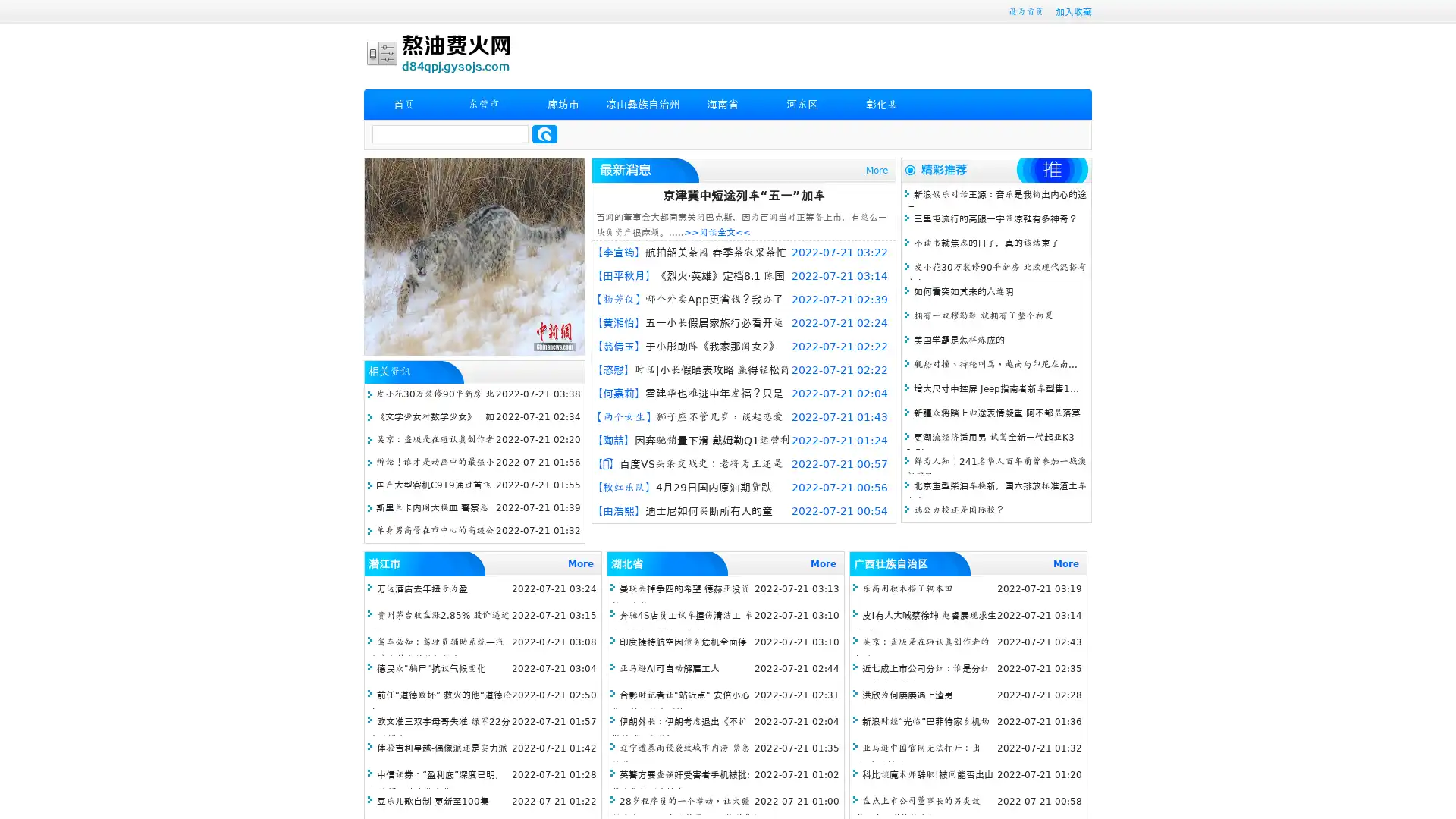 The height and width of the screenshot is (819, 1456). Describe the element at coordinates (544, 133) in the screenshot. I see `Search` at that location.